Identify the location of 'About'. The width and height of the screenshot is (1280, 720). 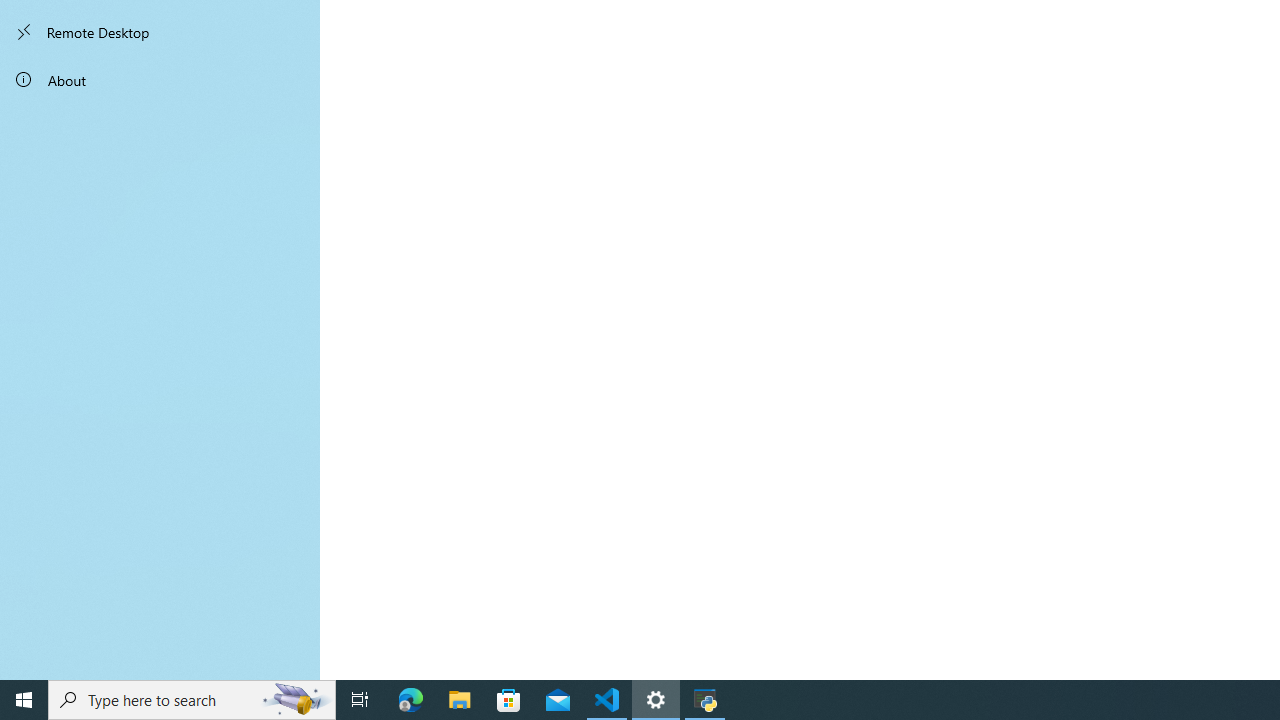
(160, 78).